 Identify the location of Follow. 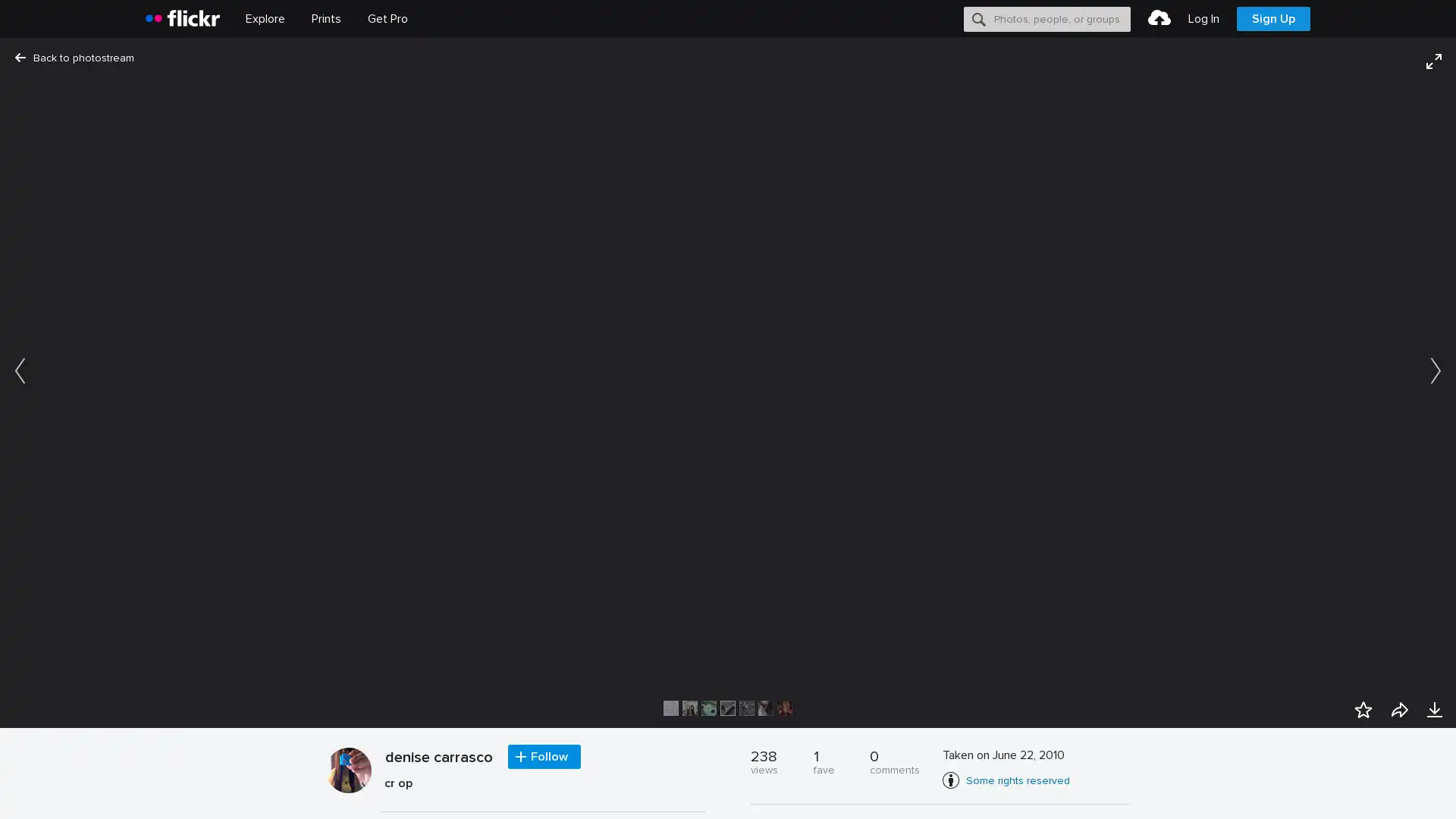
(544, 757).